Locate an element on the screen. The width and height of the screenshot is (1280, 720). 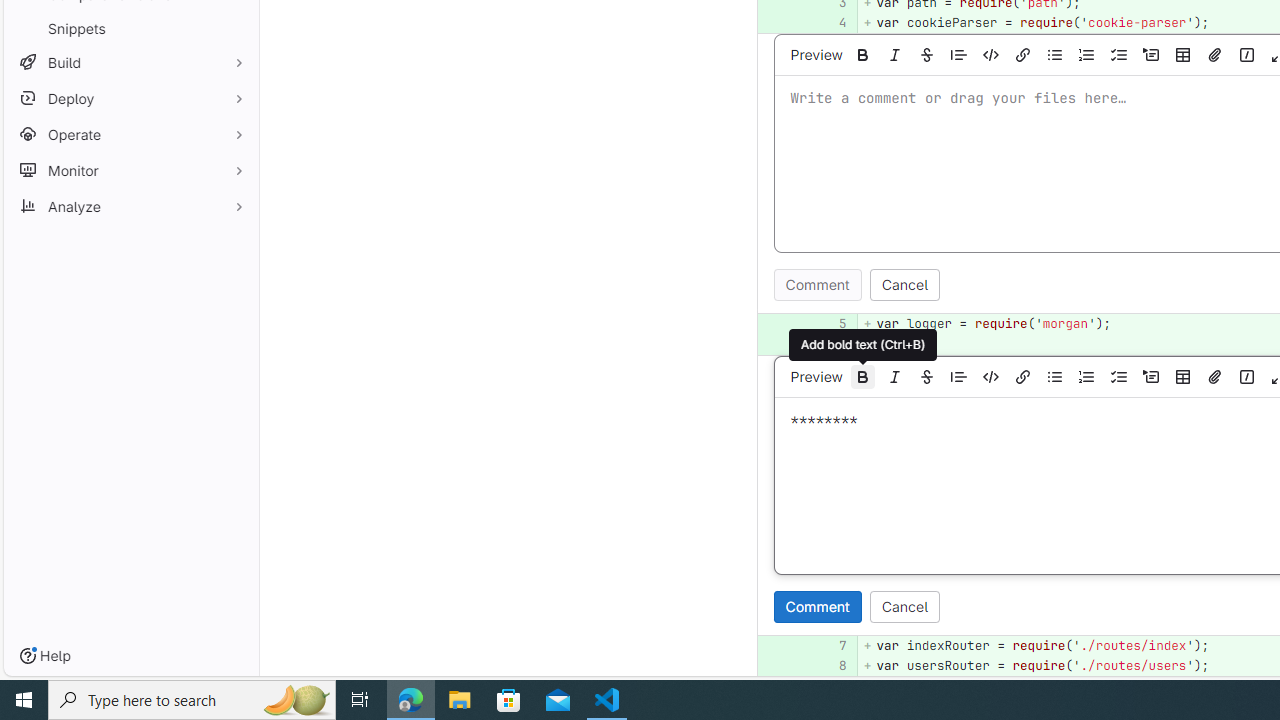
'Add italic text (Ctrl+I)' is located at coordinates (894, 376).